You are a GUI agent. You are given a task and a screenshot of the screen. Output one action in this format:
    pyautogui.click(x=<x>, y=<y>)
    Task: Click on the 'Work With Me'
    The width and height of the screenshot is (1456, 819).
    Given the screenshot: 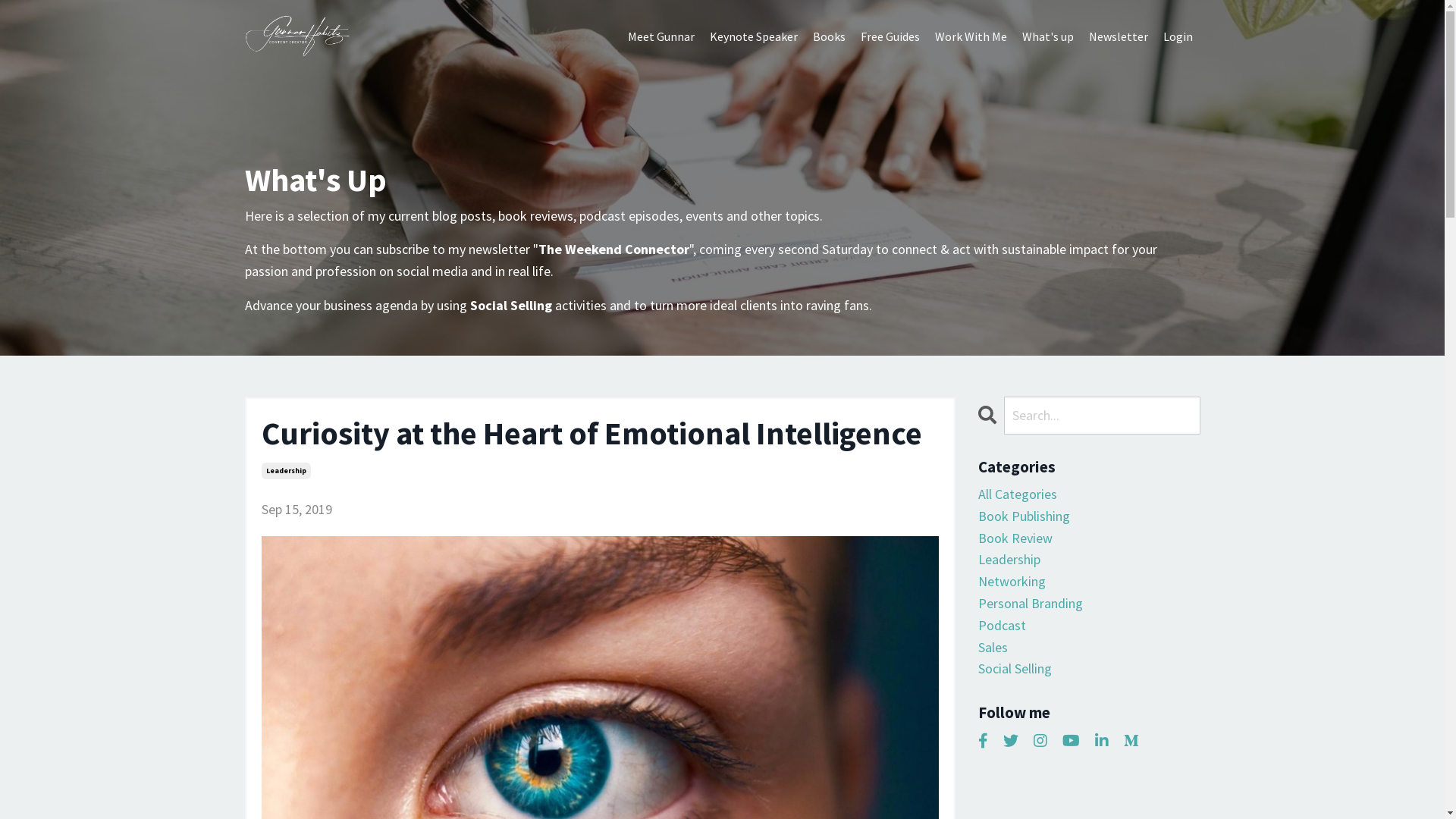 What is the action you would take?
    pyautogui.click(x=969, y=36)
    